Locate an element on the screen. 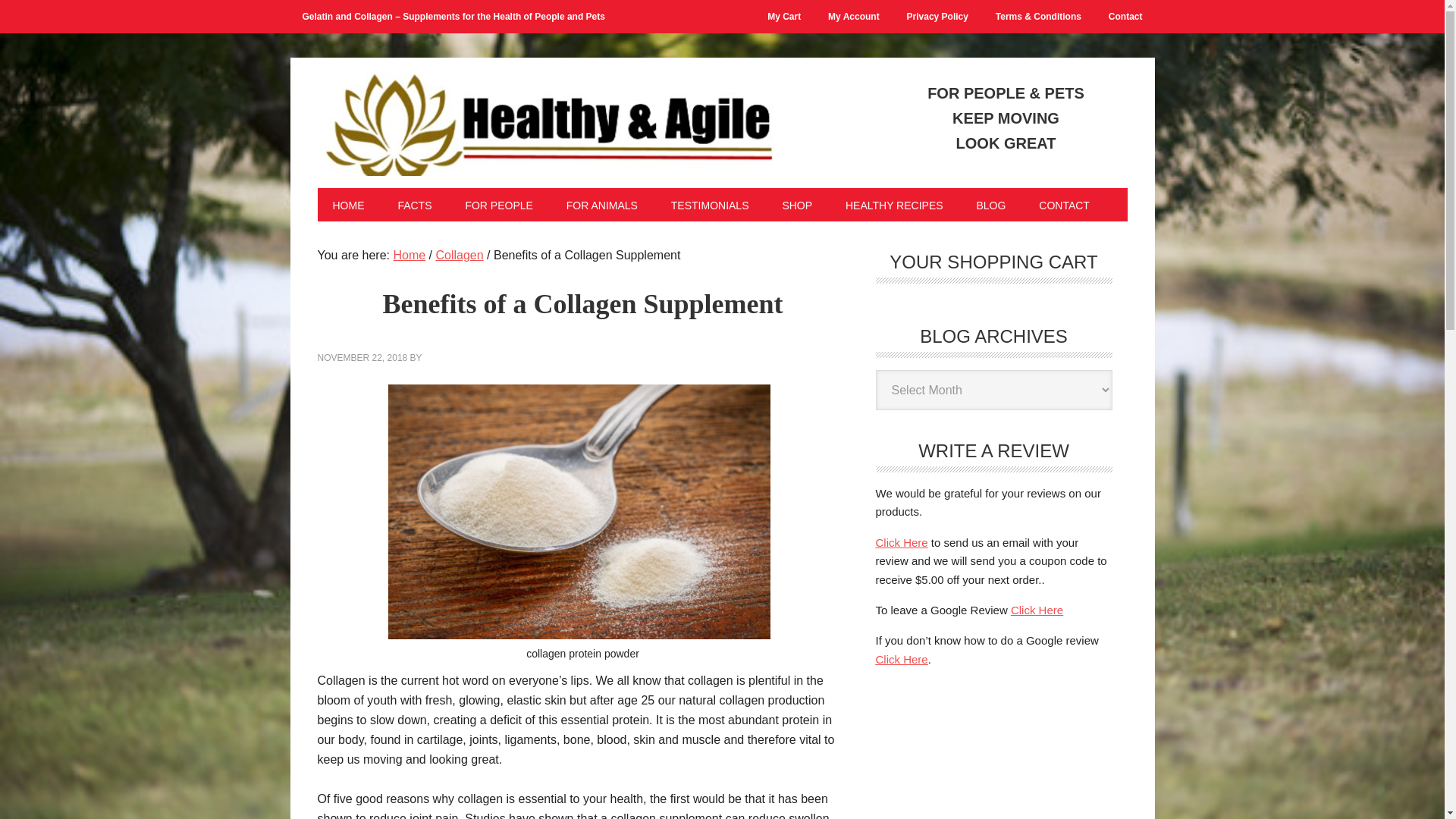 Image resolution: width=1456 pixels, height=819 pixels. 'HOME' is located at coordinates (347, 205).